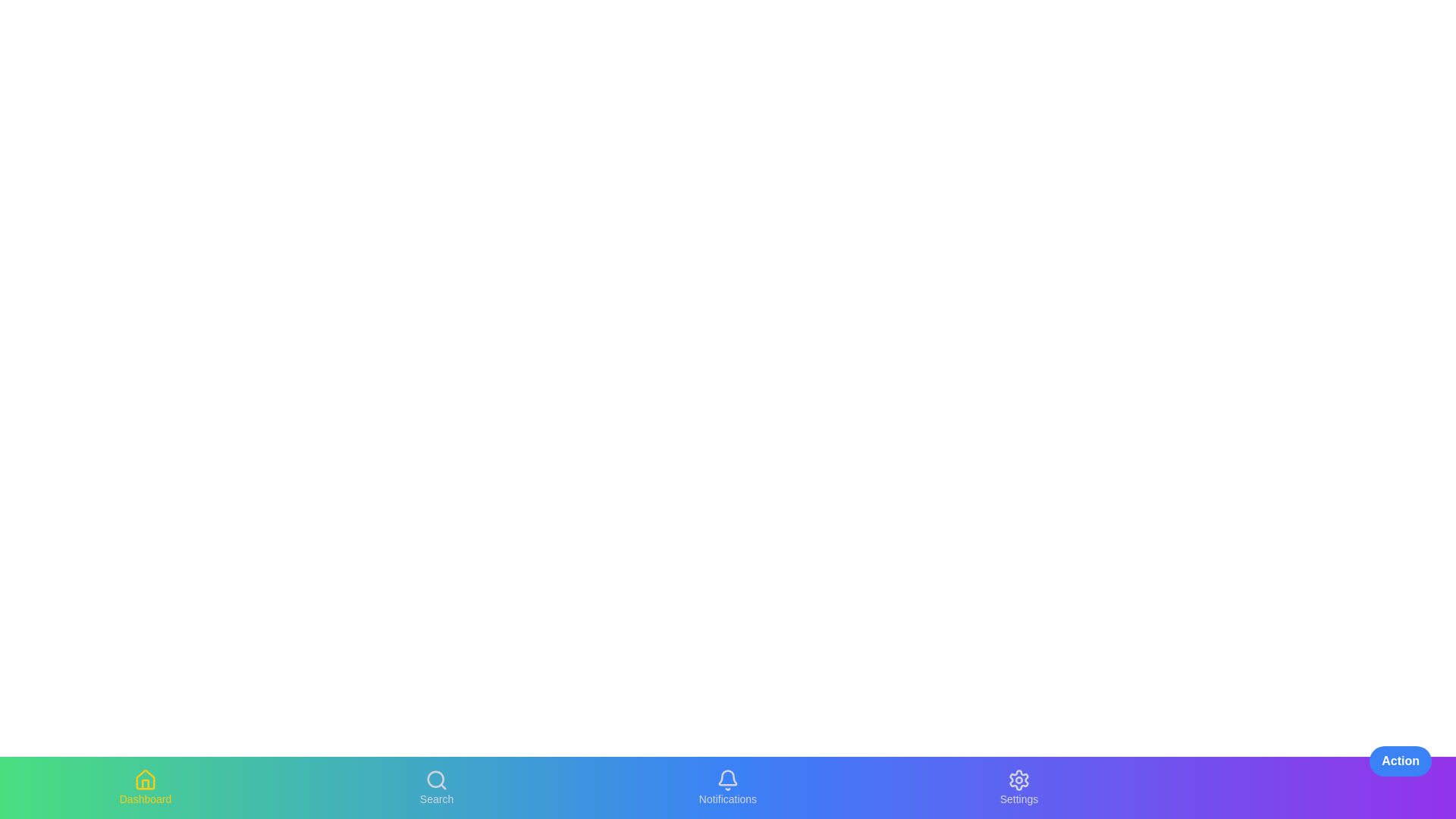 The height and width of the screenshot is (819, 1456). What do you see at coordinates (436, 786) in the screenshot?
I see `the navigation item labeled Search from the bottom bar` at bounding box center [436, 786].